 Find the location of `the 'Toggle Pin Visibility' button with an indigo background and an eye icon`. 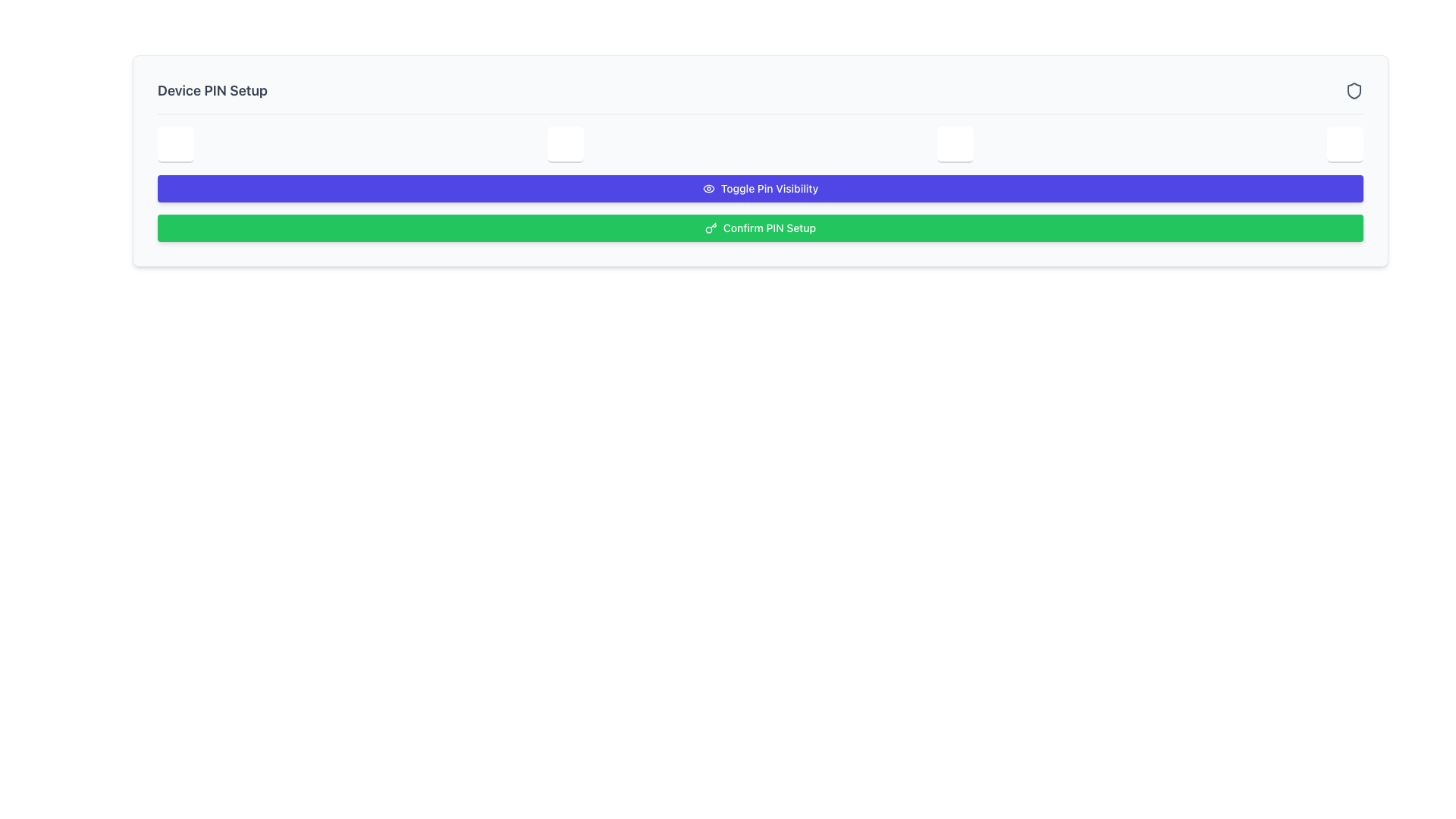

the 'Toggle Pin Visibility' button with an indigo background and an eye icon is located at coordinates (761, 188).